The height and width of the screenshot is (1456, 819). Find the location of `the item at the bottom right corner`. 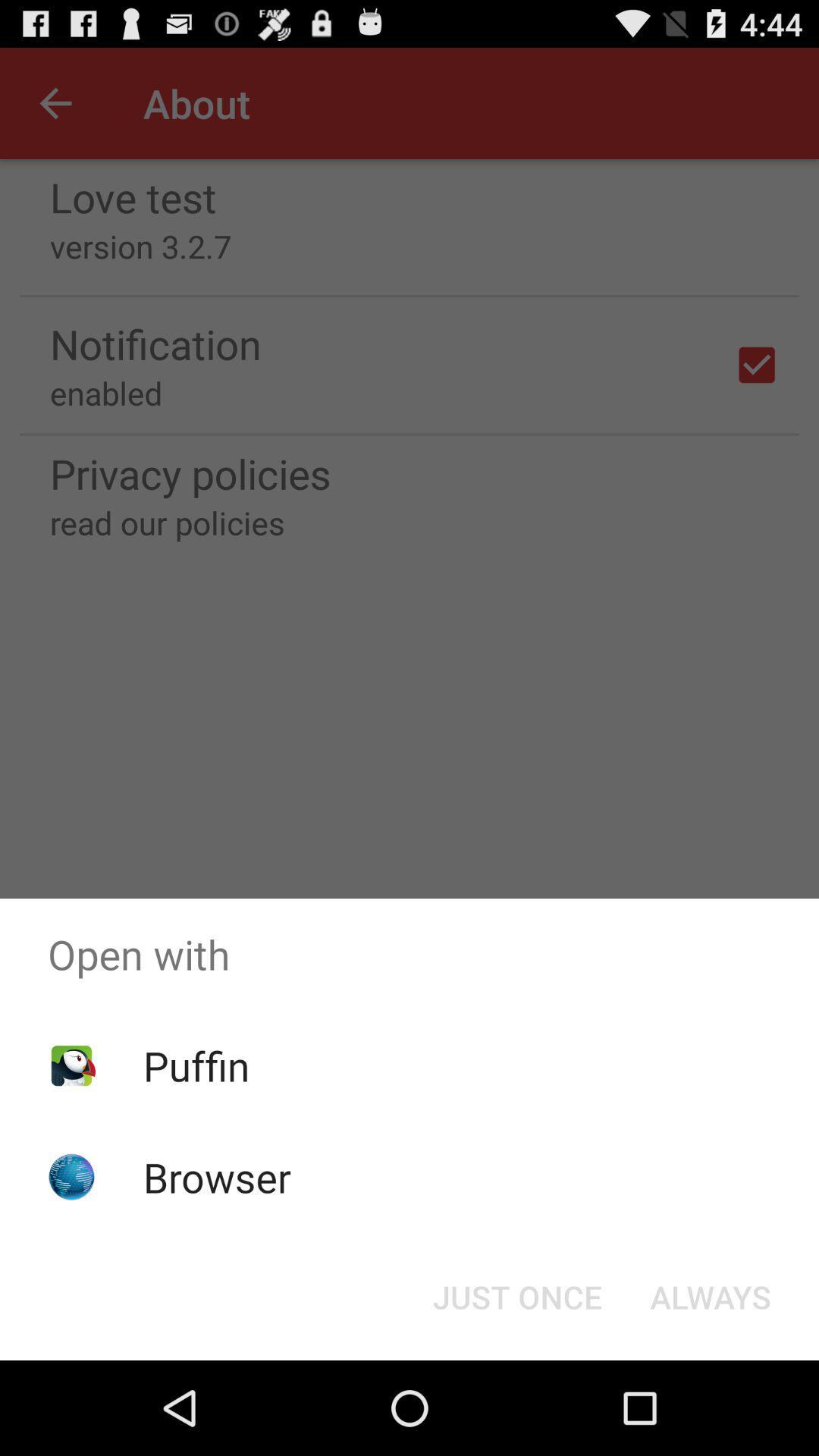

the item at the bottom right corner is located at coordinates (711, 1295).